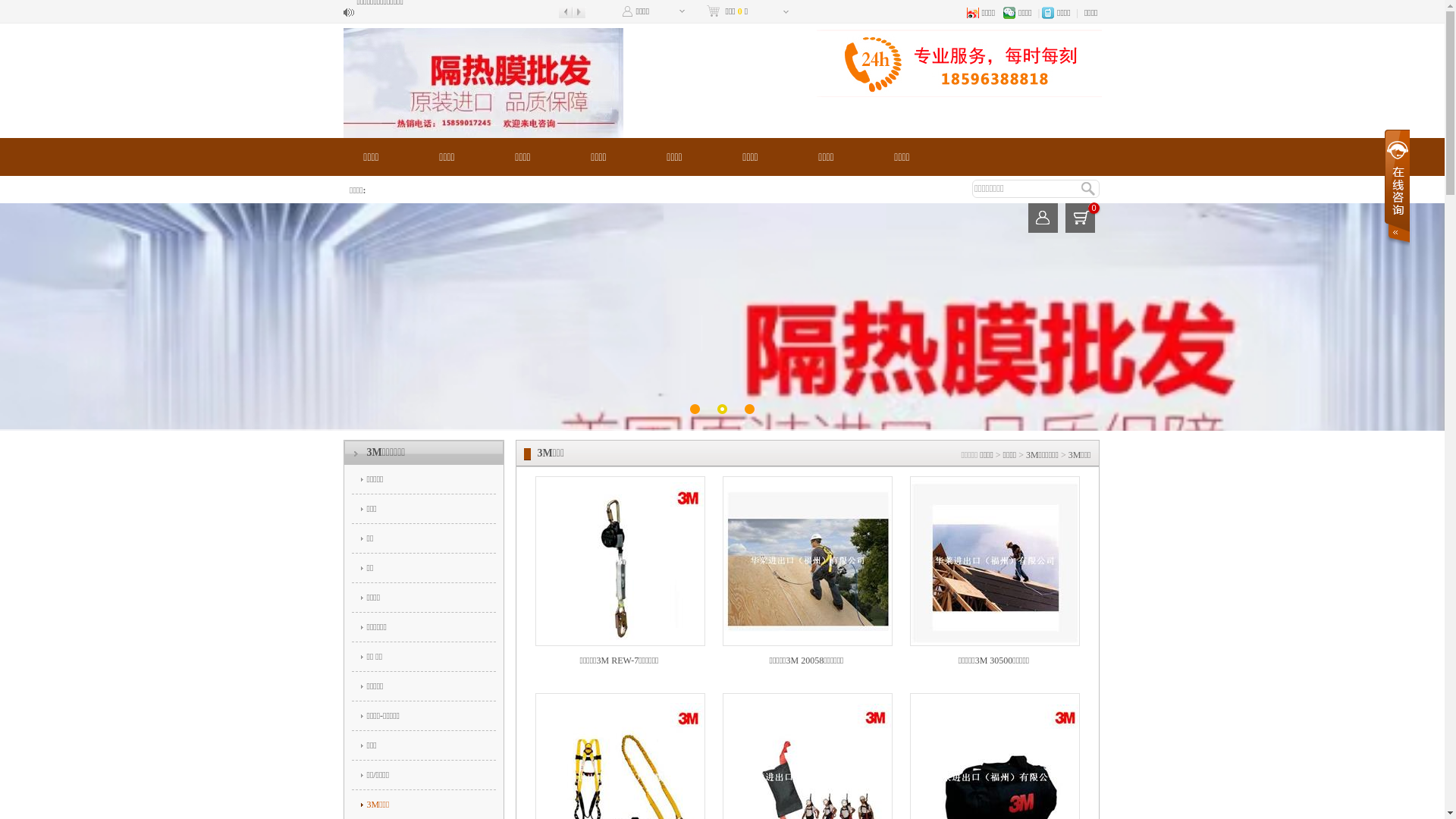 The width and height of the screenshot is (1456, 819). What do you see at coordinates (1079, 218) in the screenshot?
I see `'0'` at bounding box center [1079, 218].